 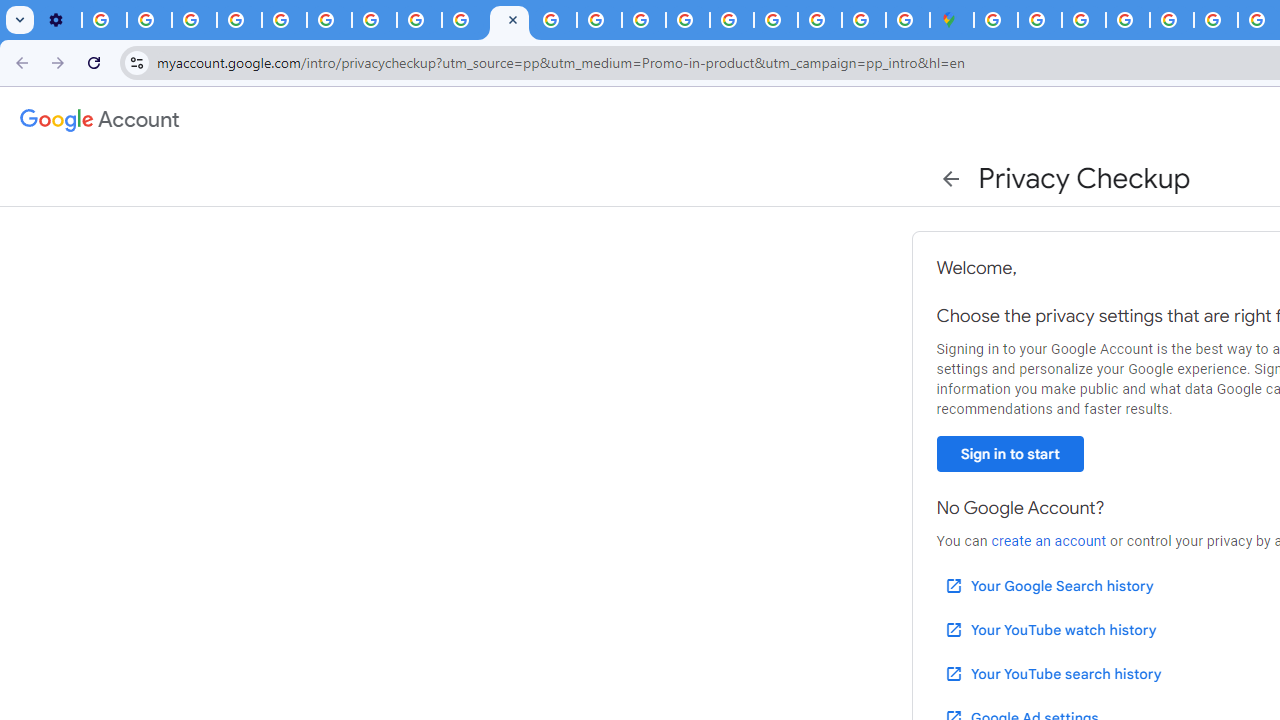 I want to click on 'create an account', so click(x=1047, y=541).